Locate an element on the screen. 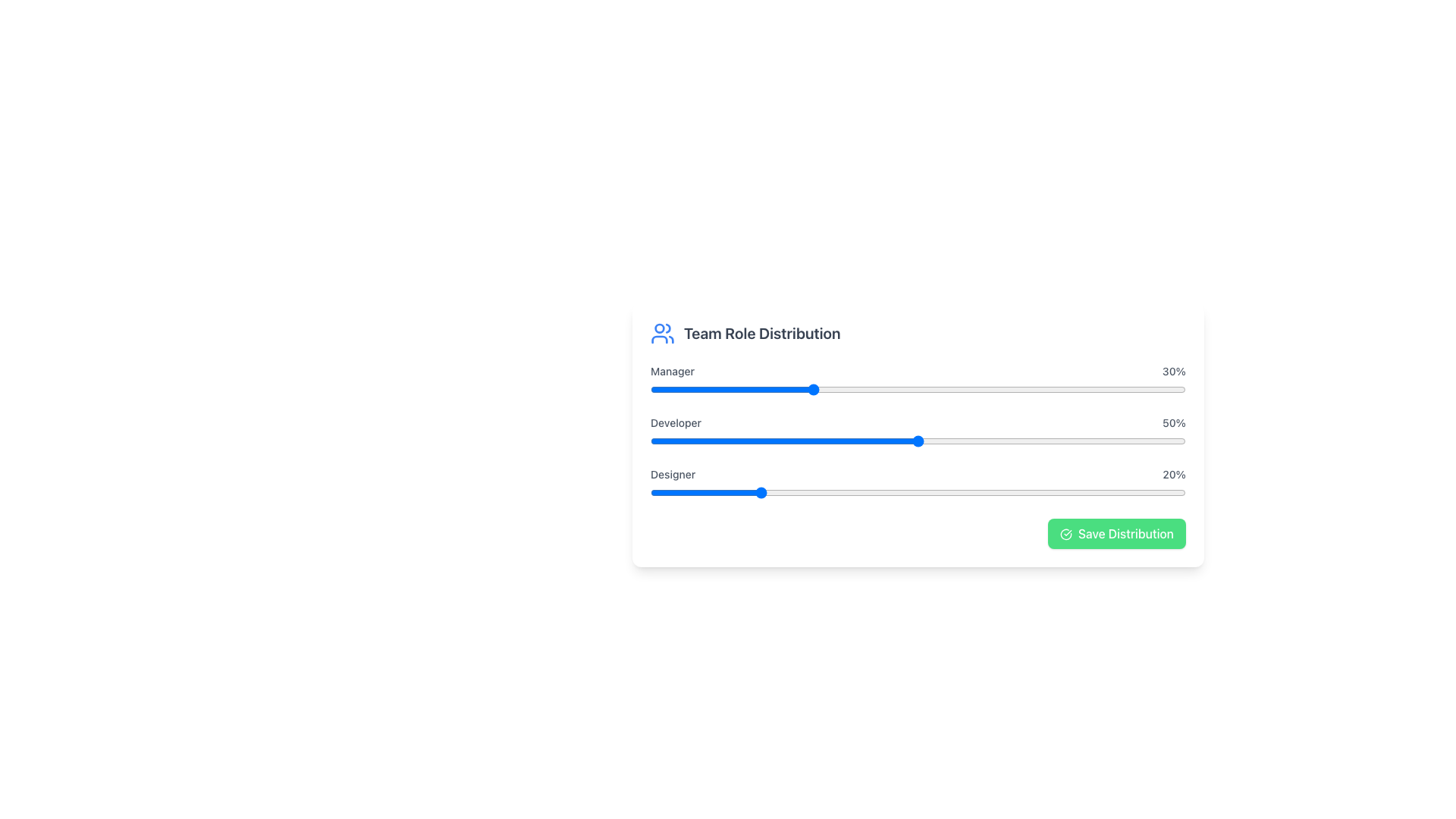 The height and width of the screenshot is (819, 1456). the numerical indicator displaying '30%' next to the label 'Manager', which is styled in a small font with medium weight and gray color is located at coordinates (1173, 371).